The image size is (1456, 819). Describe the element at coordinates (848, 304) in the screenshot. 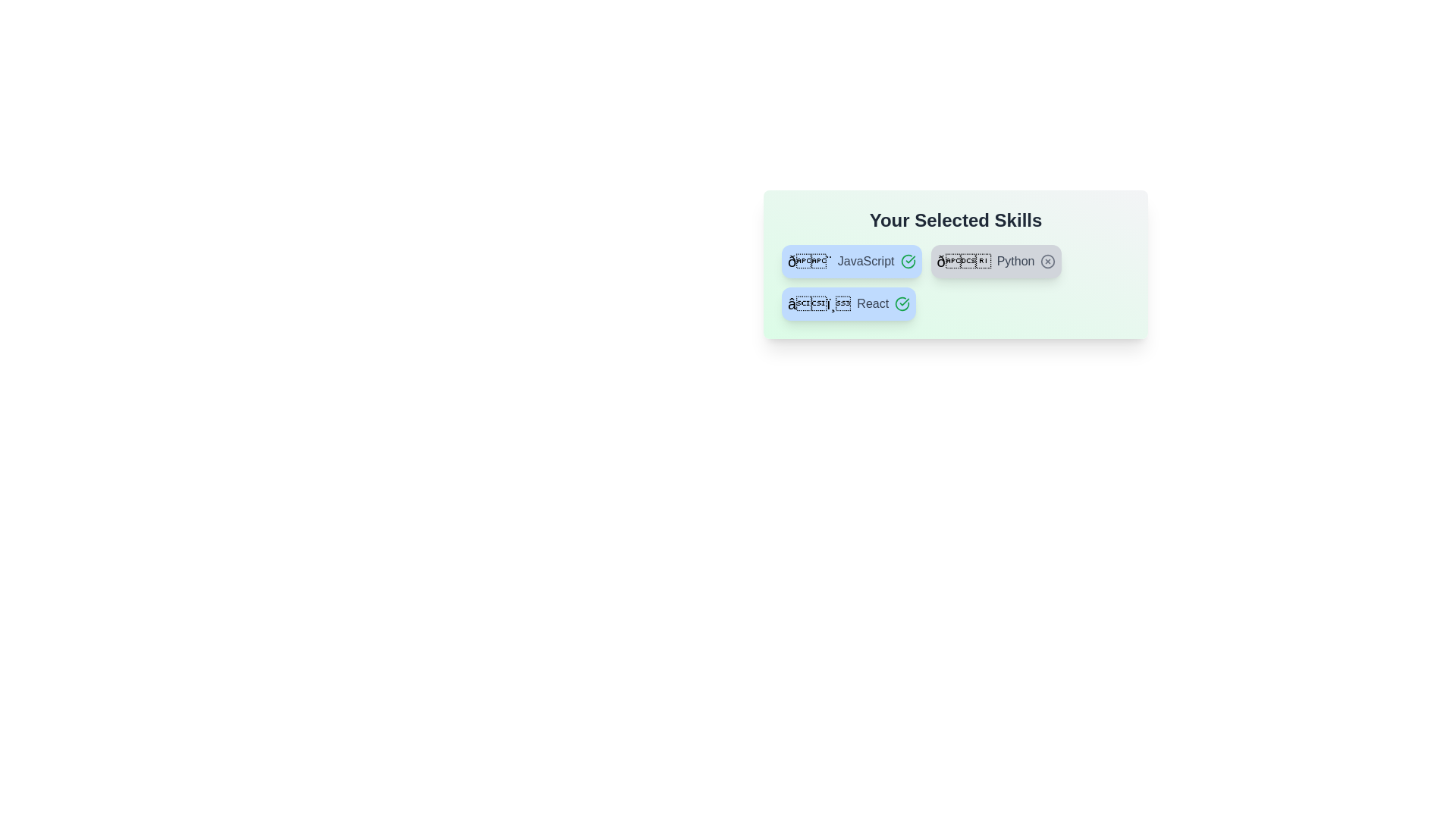

I see `the skill chip labeled React` at that location.